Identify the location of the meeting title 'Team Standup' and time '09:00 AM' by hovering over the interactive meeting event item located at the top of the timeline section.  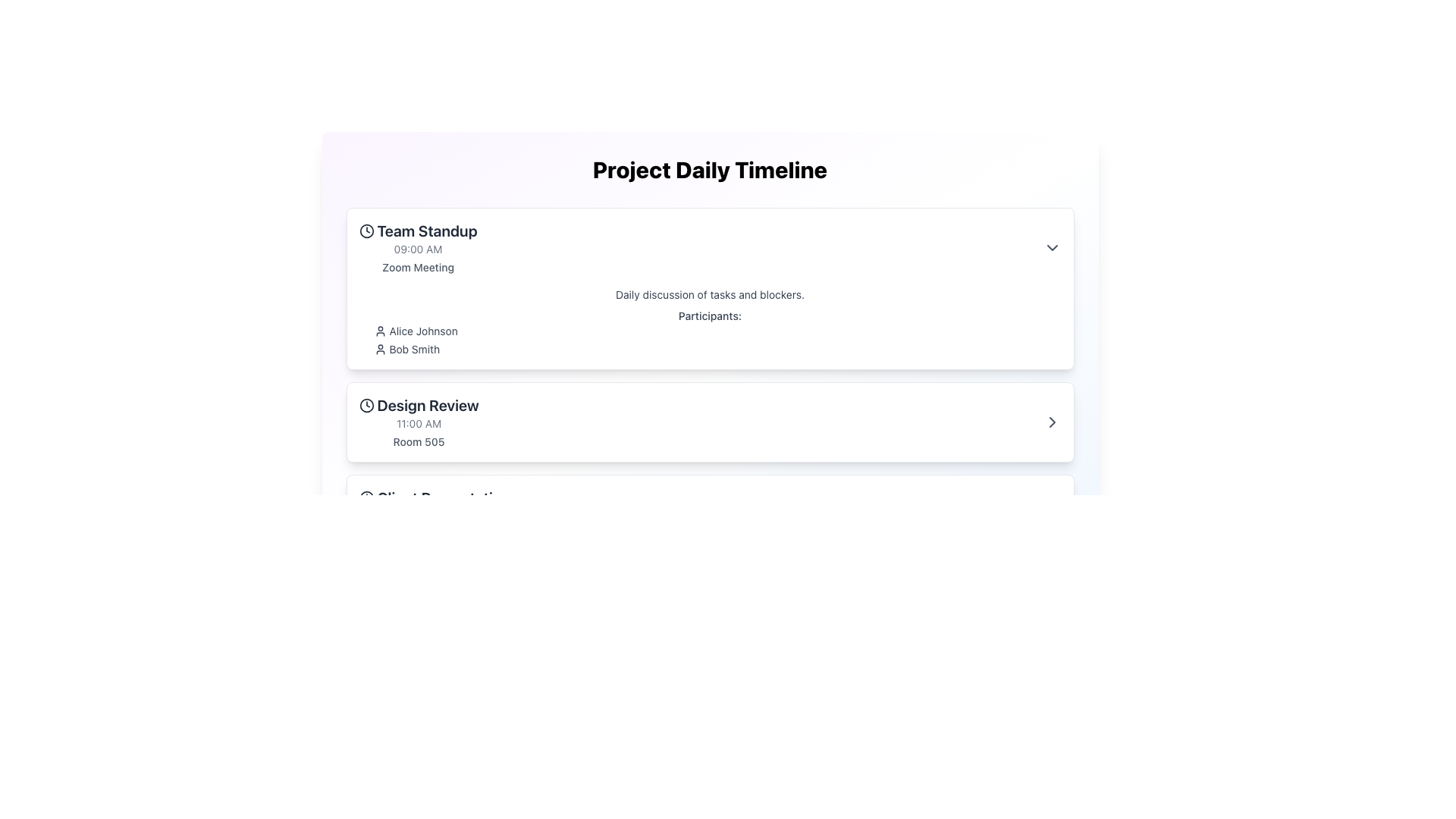
(709, 247).